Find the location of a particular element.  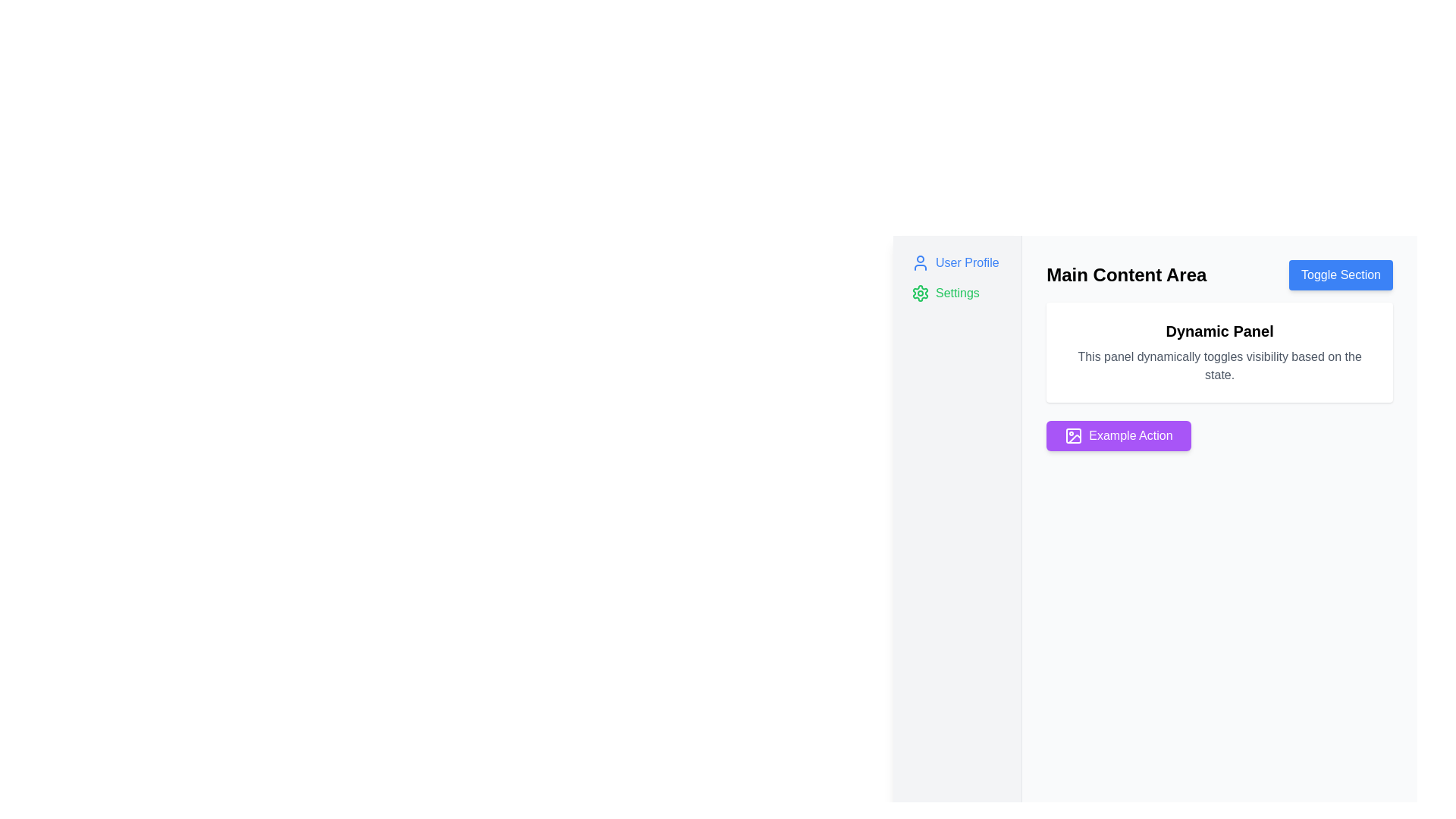

the gear-shaped icon styled in light green, located to the left of the 'Settings' text in the side navigation panel is located at coordinates (920, 293).